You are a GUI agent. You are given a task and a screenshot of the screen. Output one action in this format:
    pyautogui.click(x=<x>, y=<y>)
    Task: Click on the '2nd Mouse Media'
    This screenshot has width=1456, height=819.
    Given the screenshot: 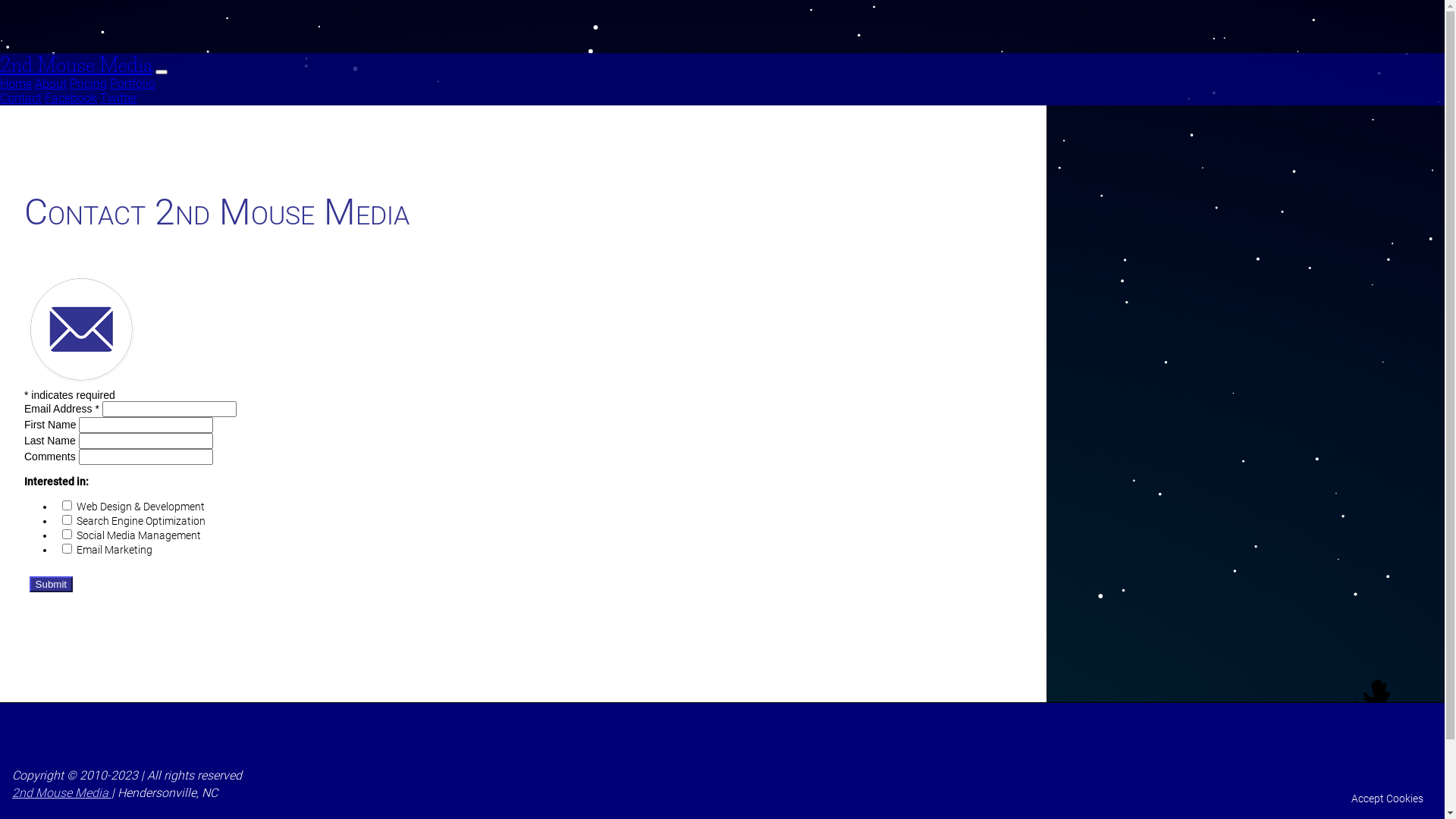 What is the action you would take?
    pyautogui.click(x=11, y=792)
    